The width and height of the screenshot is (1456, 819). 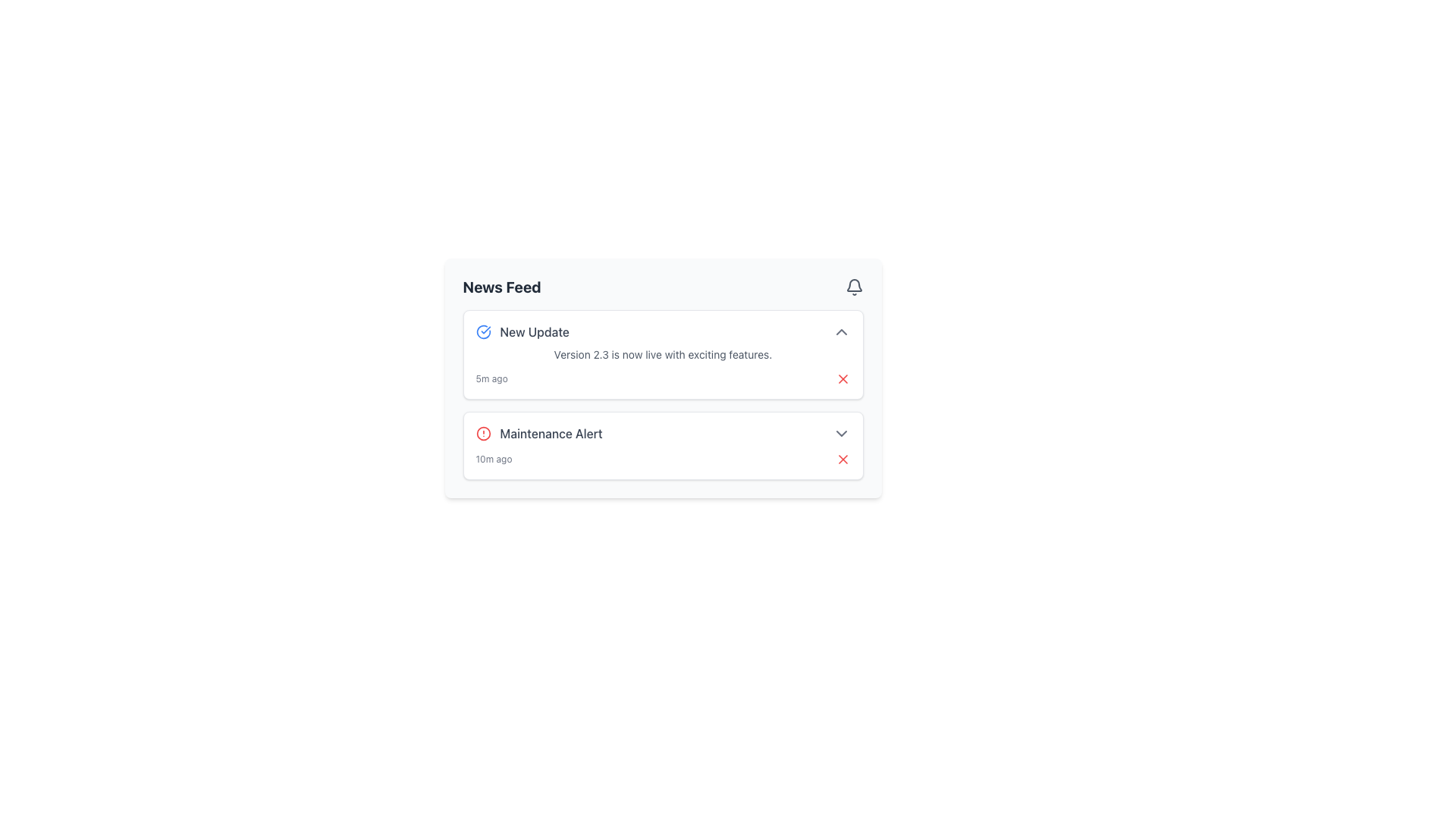 What do you see at coordinates (551, 433) in the screenshot?
I see `the Text Label that displays the title or heading for an alert notification, positioned to the right of an alert icon and above a timestamp in the 'News Feed' card` at bounding box center [551, 433].